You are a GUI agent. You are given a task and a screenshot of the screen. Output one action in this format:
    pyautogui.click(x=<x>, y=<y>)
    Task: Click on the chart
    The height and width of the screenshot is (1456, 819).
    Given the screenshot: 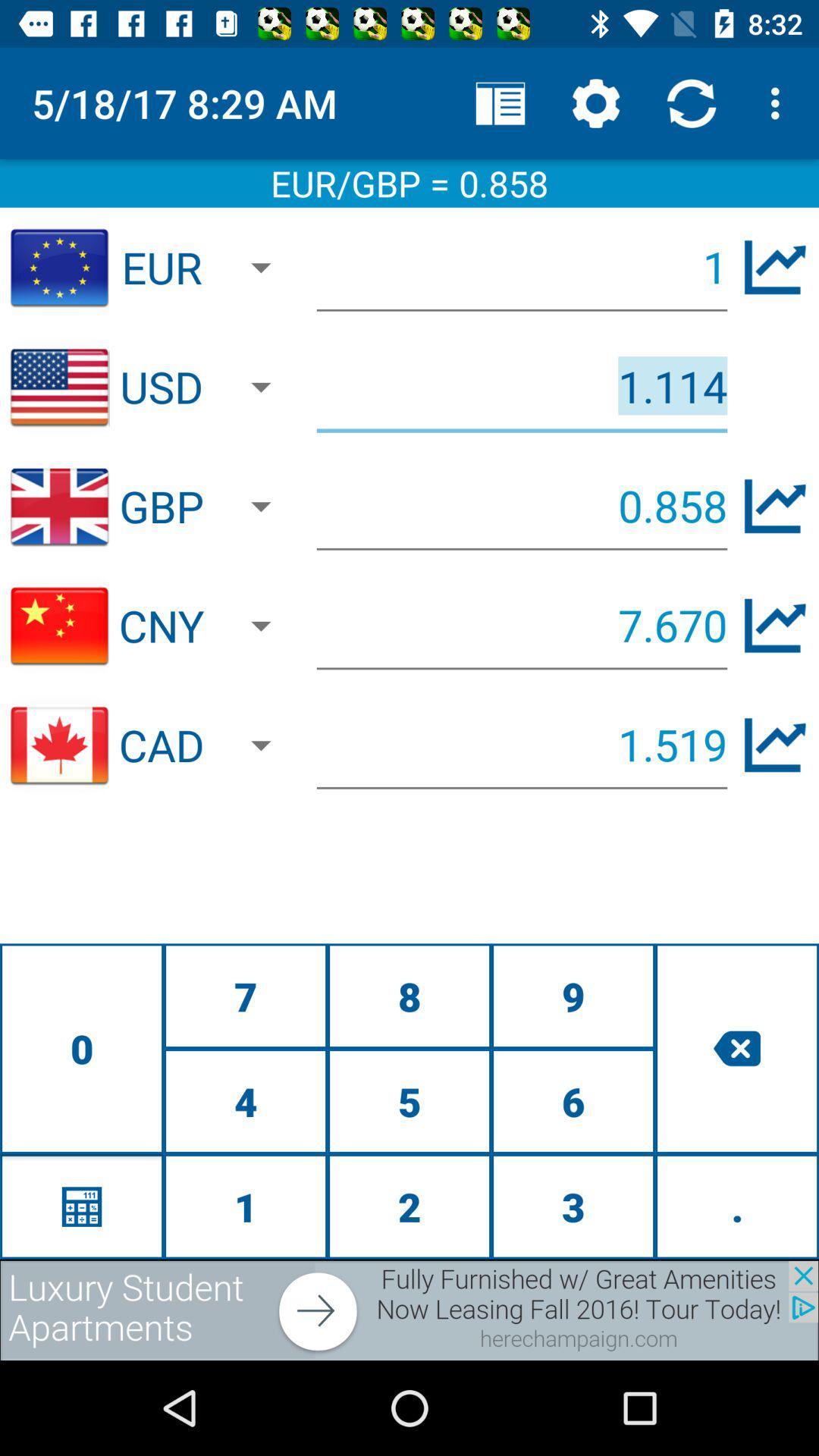 What is the action you would take?
    pyautogui.click(x=775, y=745)
    